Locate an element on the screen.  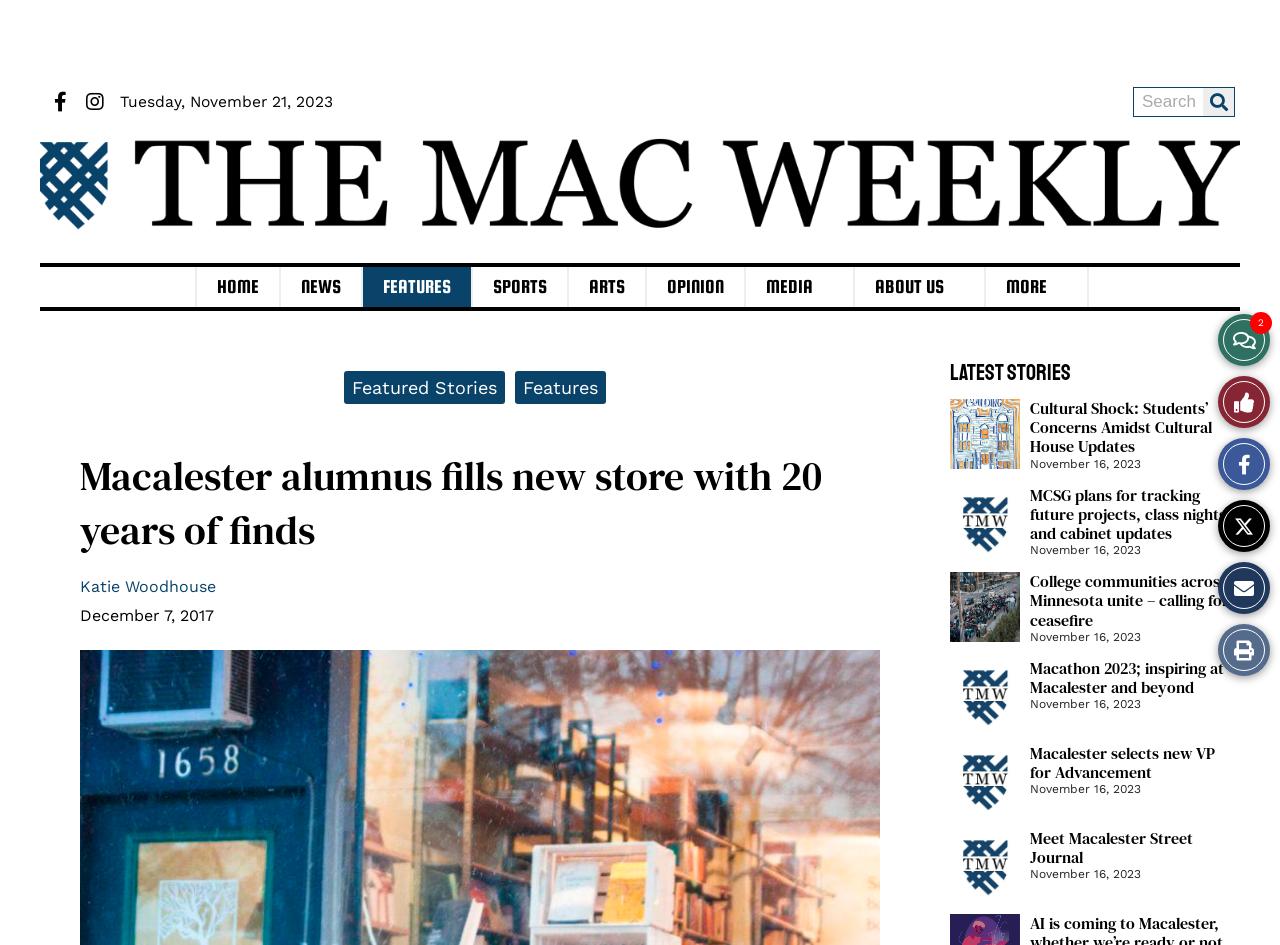
'Meet Macalester Street Journal' is located at coordinates (1110, 846).